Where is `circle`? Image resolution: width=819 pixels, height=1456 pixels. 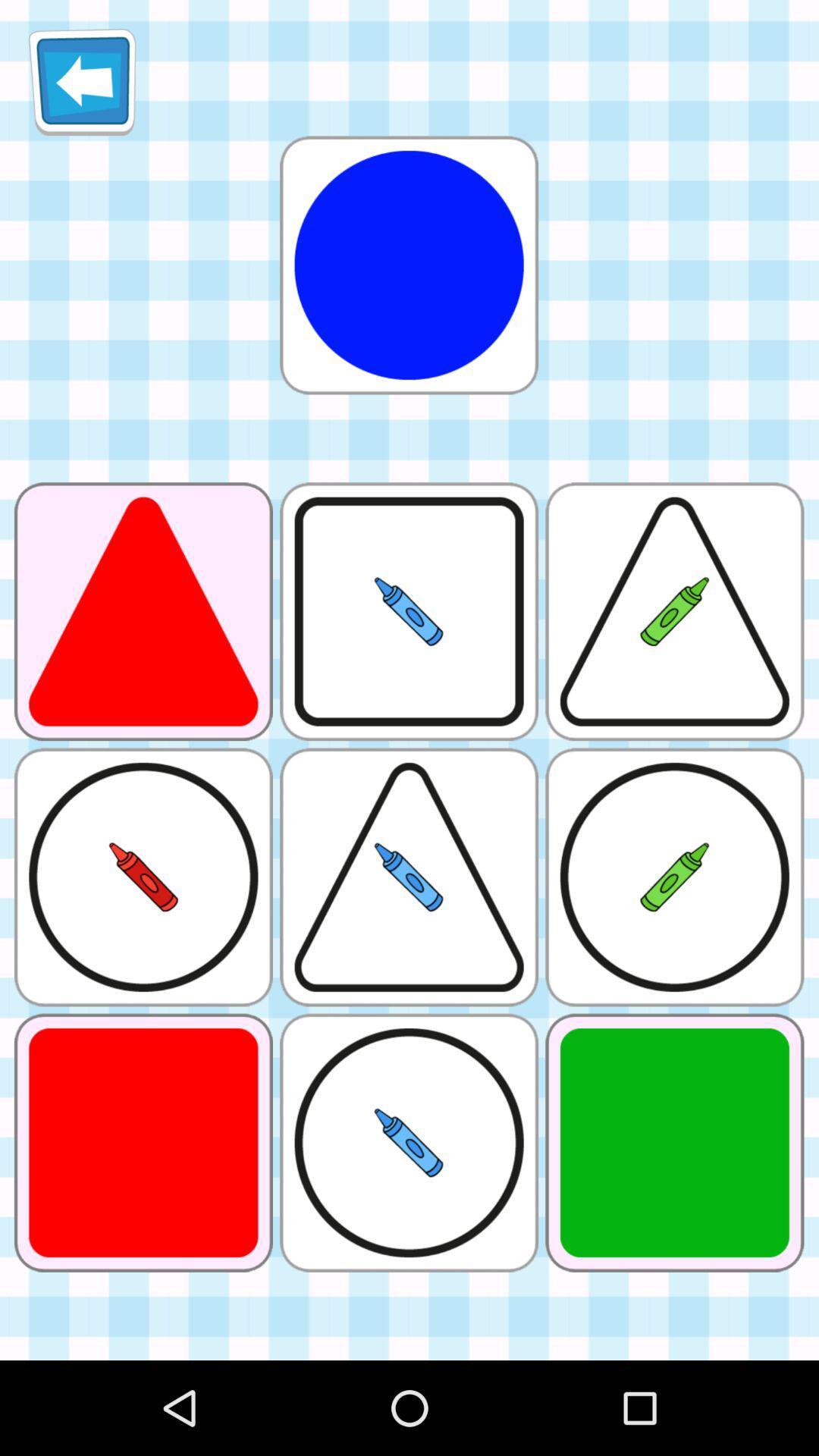
circle is located at coordinates (408, 265).